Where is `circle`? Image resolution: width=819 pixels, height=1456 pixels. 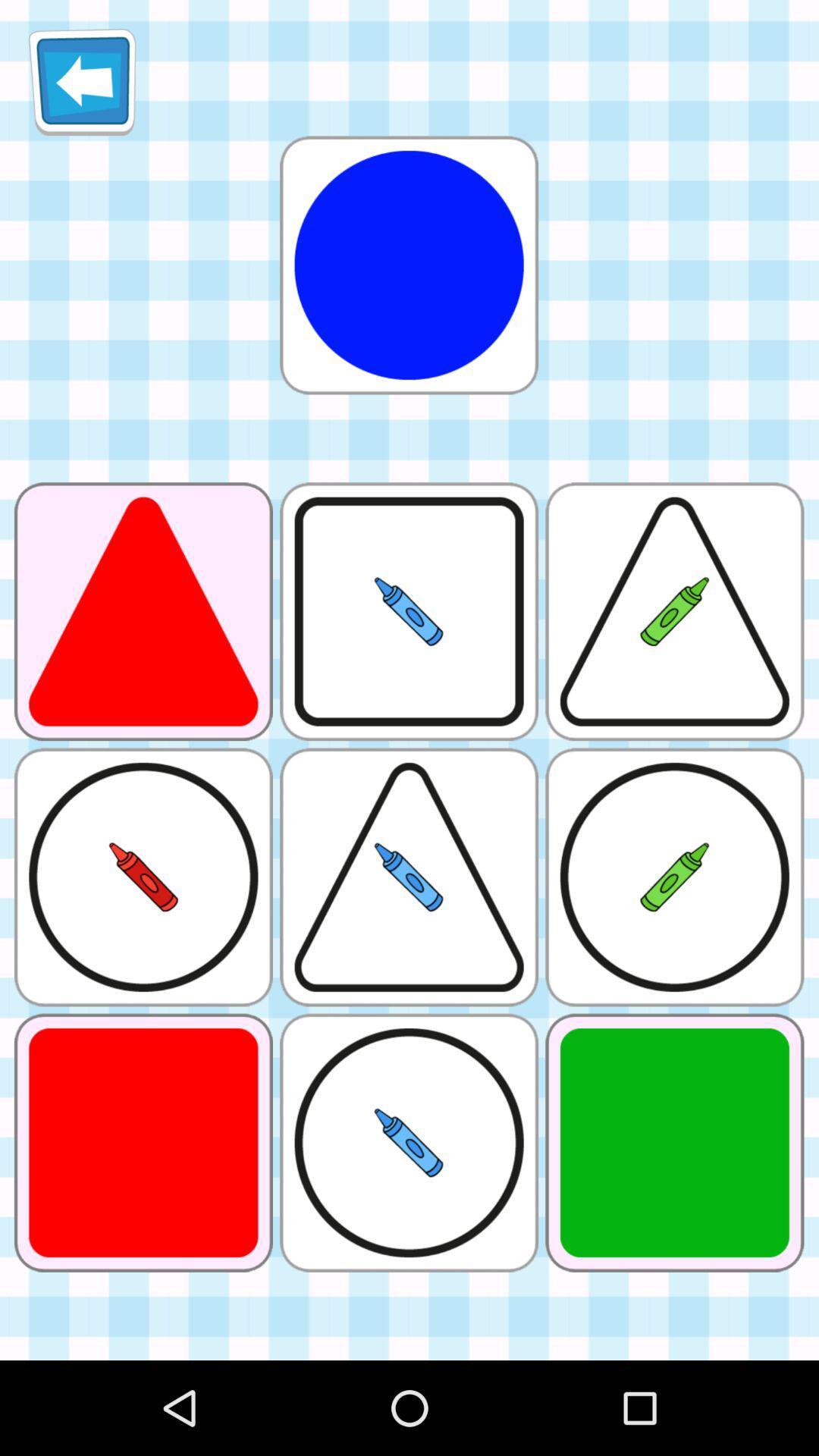
circle is located at coordinates (408, 265).